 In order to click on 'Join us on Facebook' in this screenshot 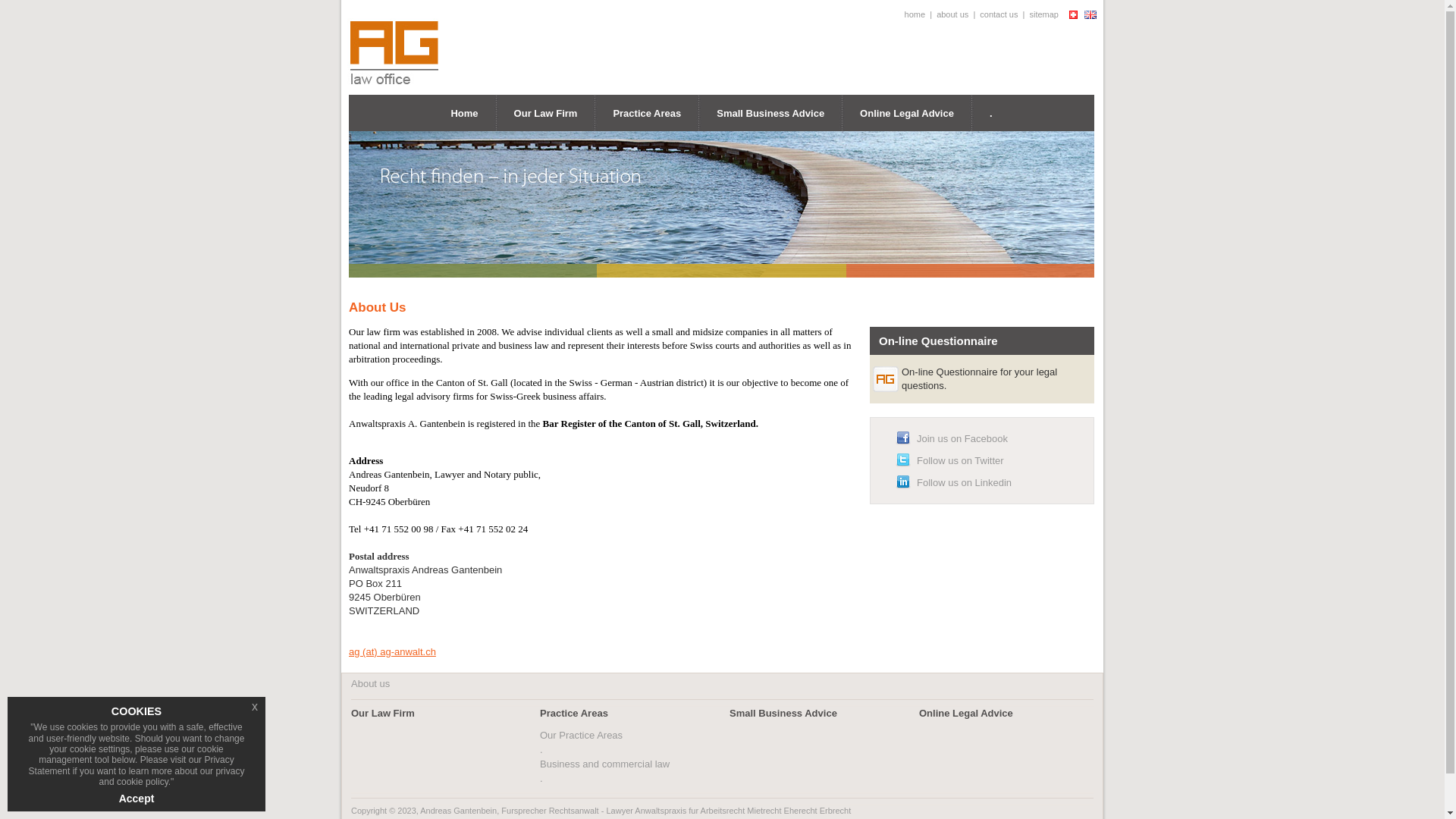, I will do `click(961, 438)`.